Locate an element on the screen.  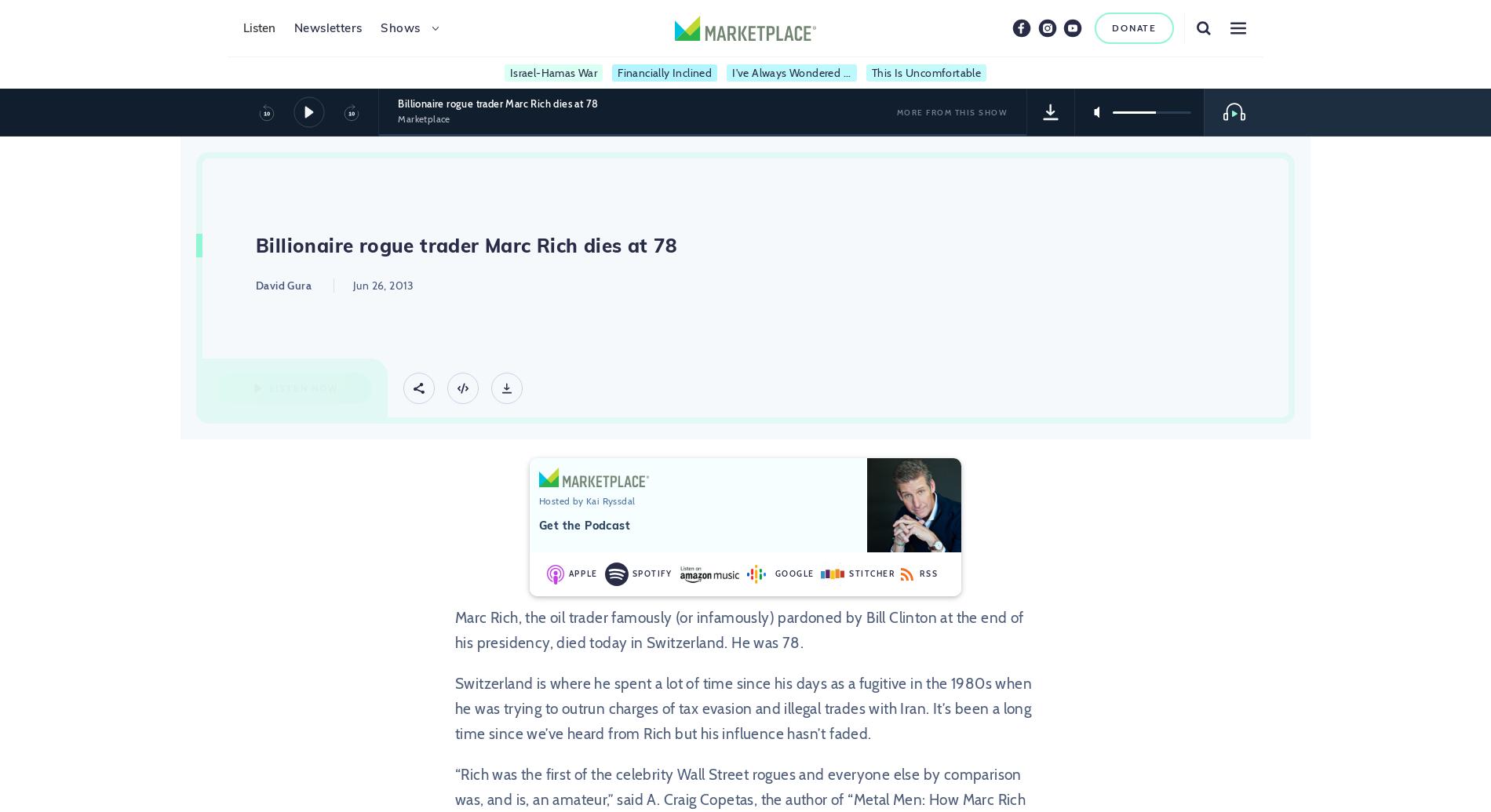
'Get the Podcast' is located at coordinates (583, 524).